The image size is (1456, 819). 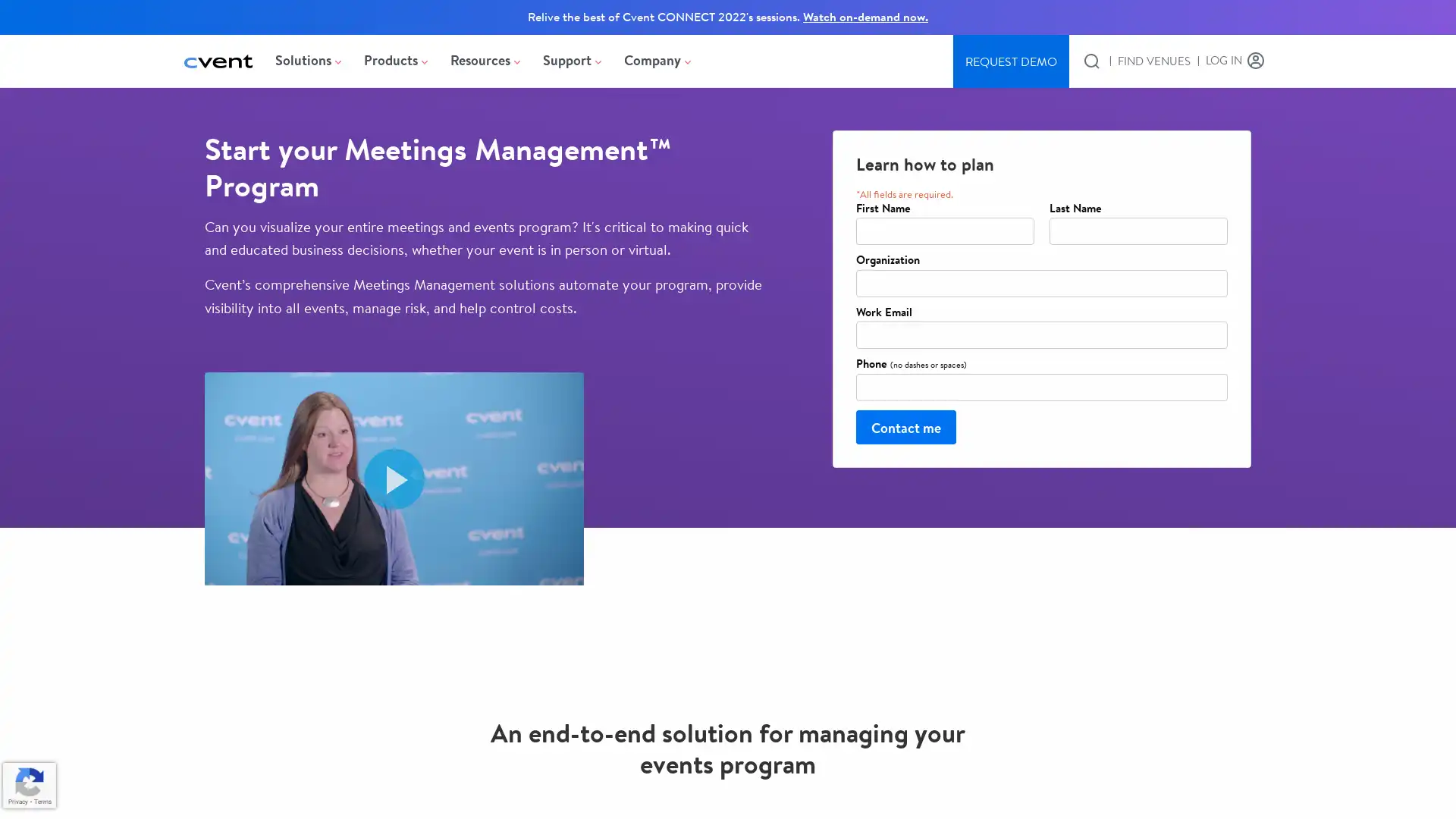 I want to click on Play video Medtronic and Cvent For Strategic Meetings Management. Opens in a modal, so click(x=394, y=479).